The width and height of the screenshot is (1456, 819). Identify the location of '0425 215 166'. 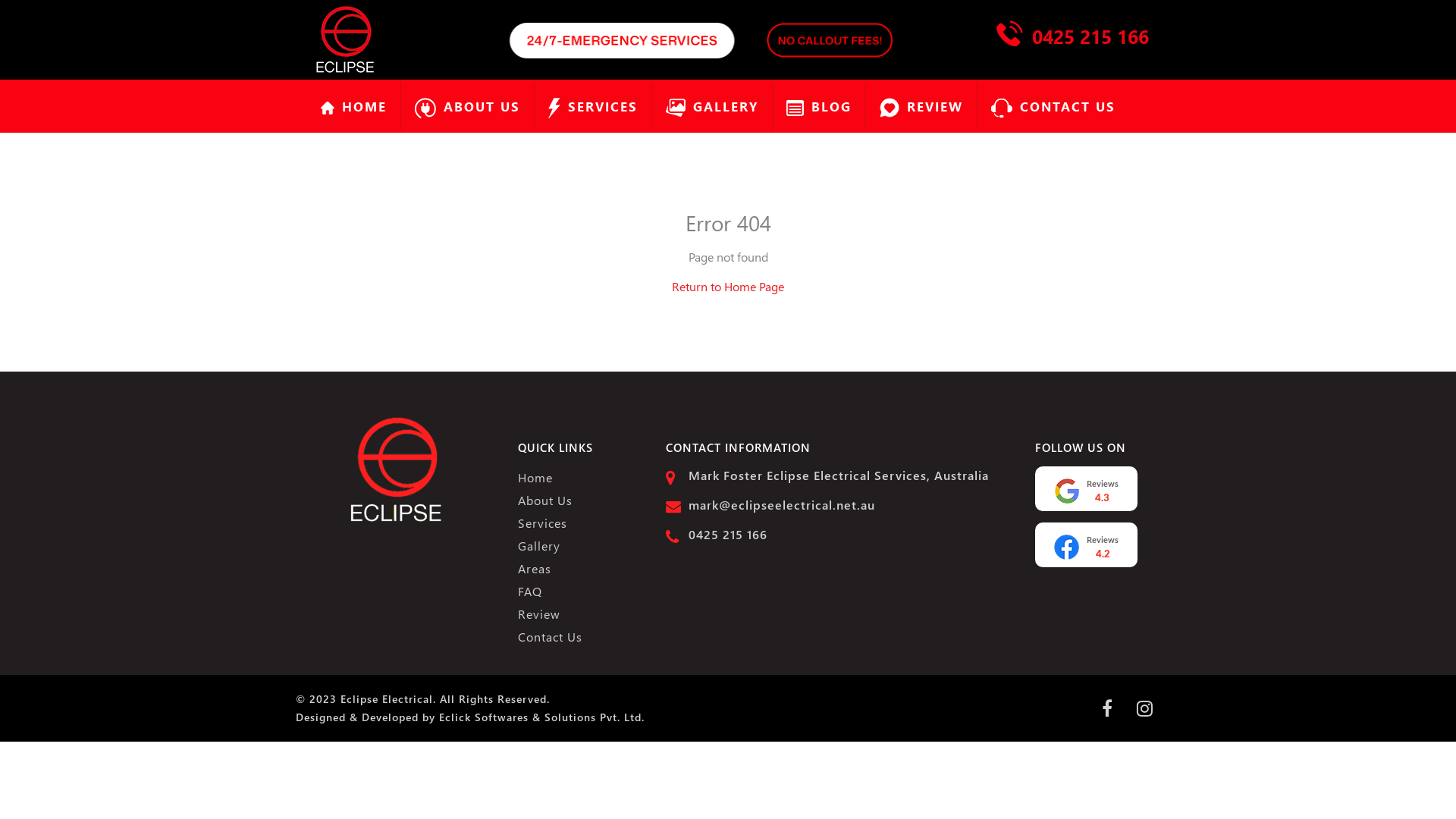
(1090, 35).